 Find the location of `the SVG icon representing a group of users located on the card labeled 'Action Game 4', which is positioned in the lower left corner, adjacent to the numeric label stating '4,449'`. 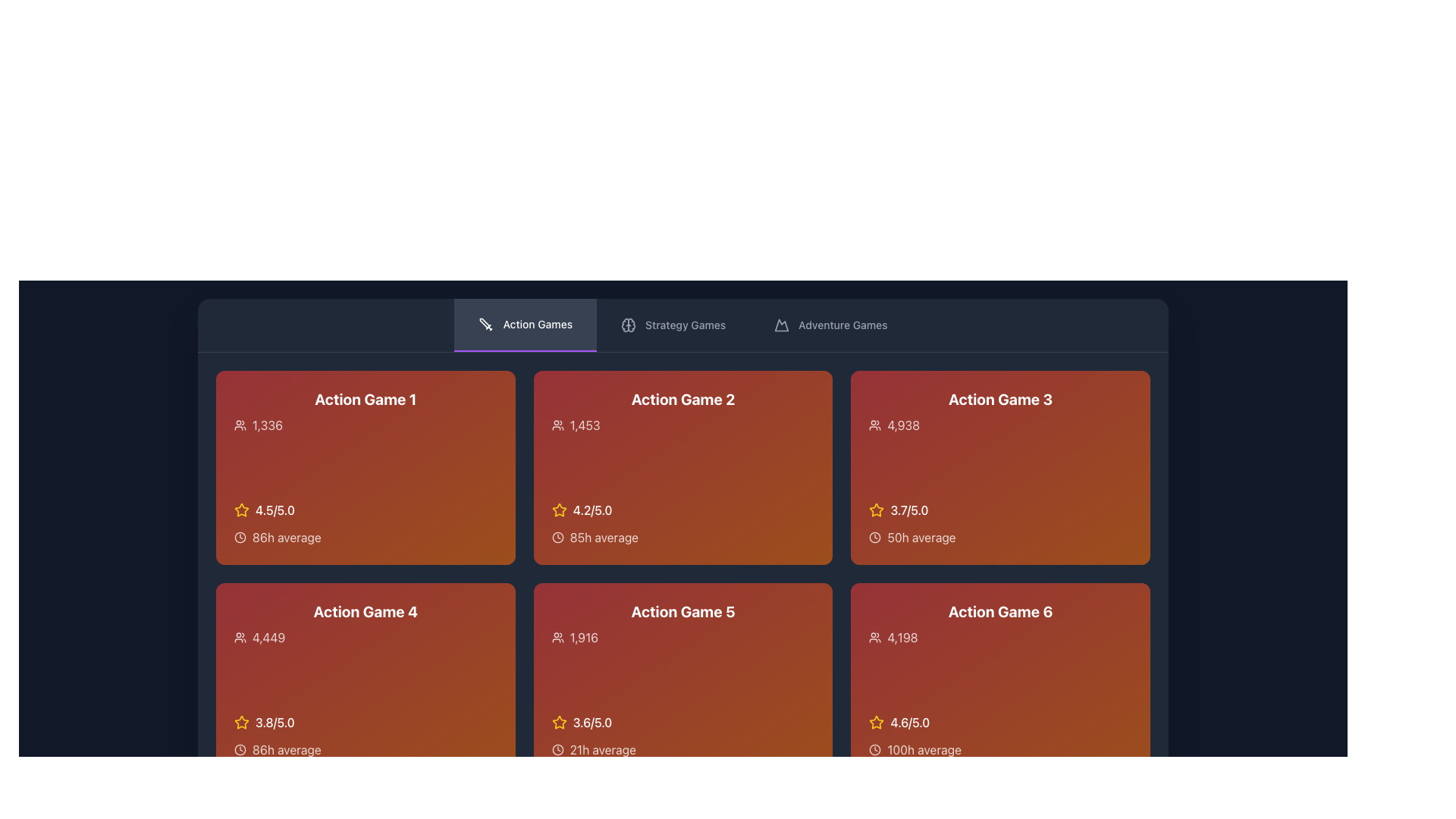

the SVG icon representing a group of users located on the card labeled 'Action Game 4', which is positioned in the lower left corner, adjacent to the numeric label stating '4,449' is located at coordinates (239, 637).